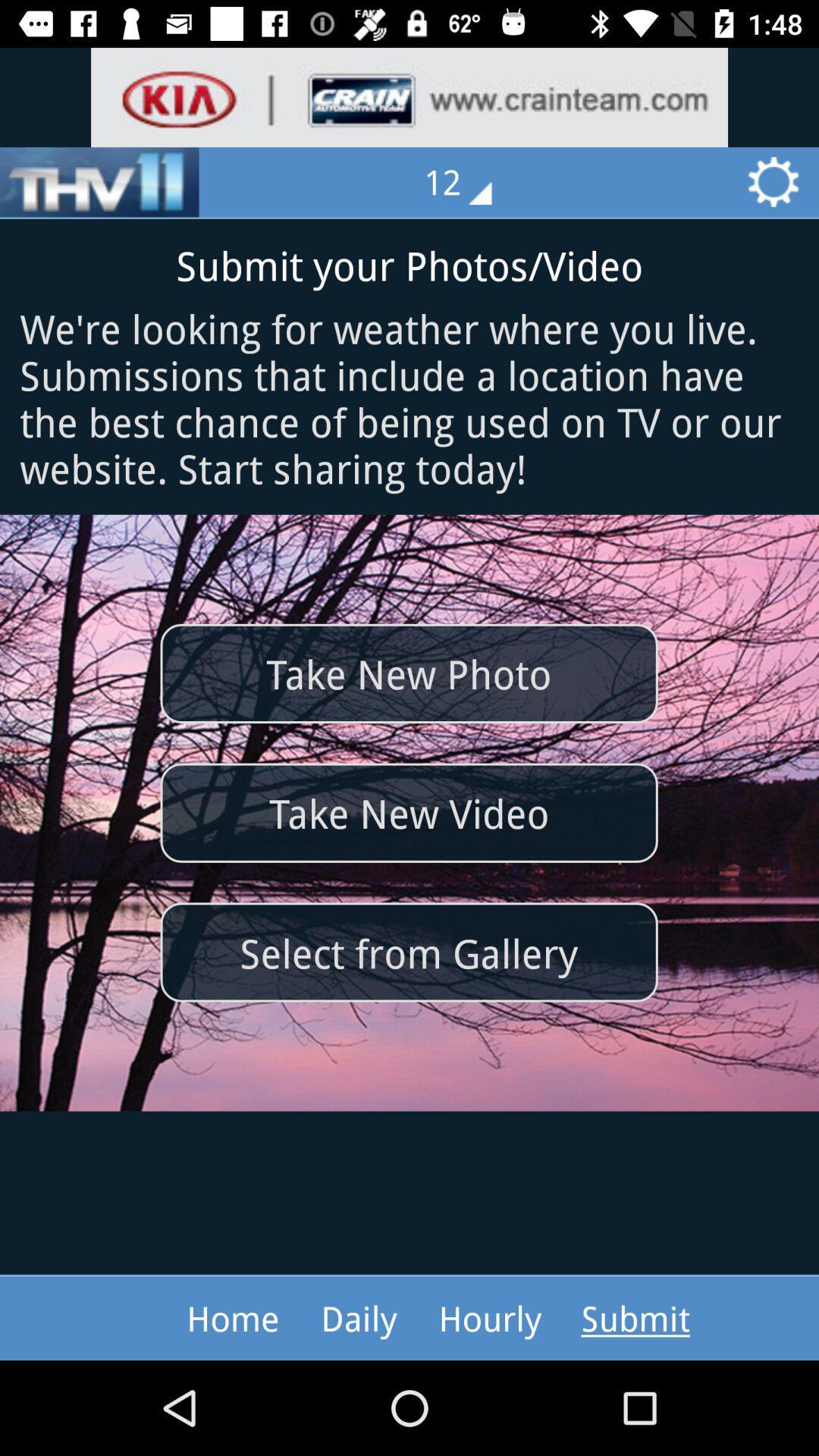 This screenshot has height=1456, width=819. What do you see at coordinates (409, 96) in the screenshot?
I see `commercial` at bounding box center [409, 96].